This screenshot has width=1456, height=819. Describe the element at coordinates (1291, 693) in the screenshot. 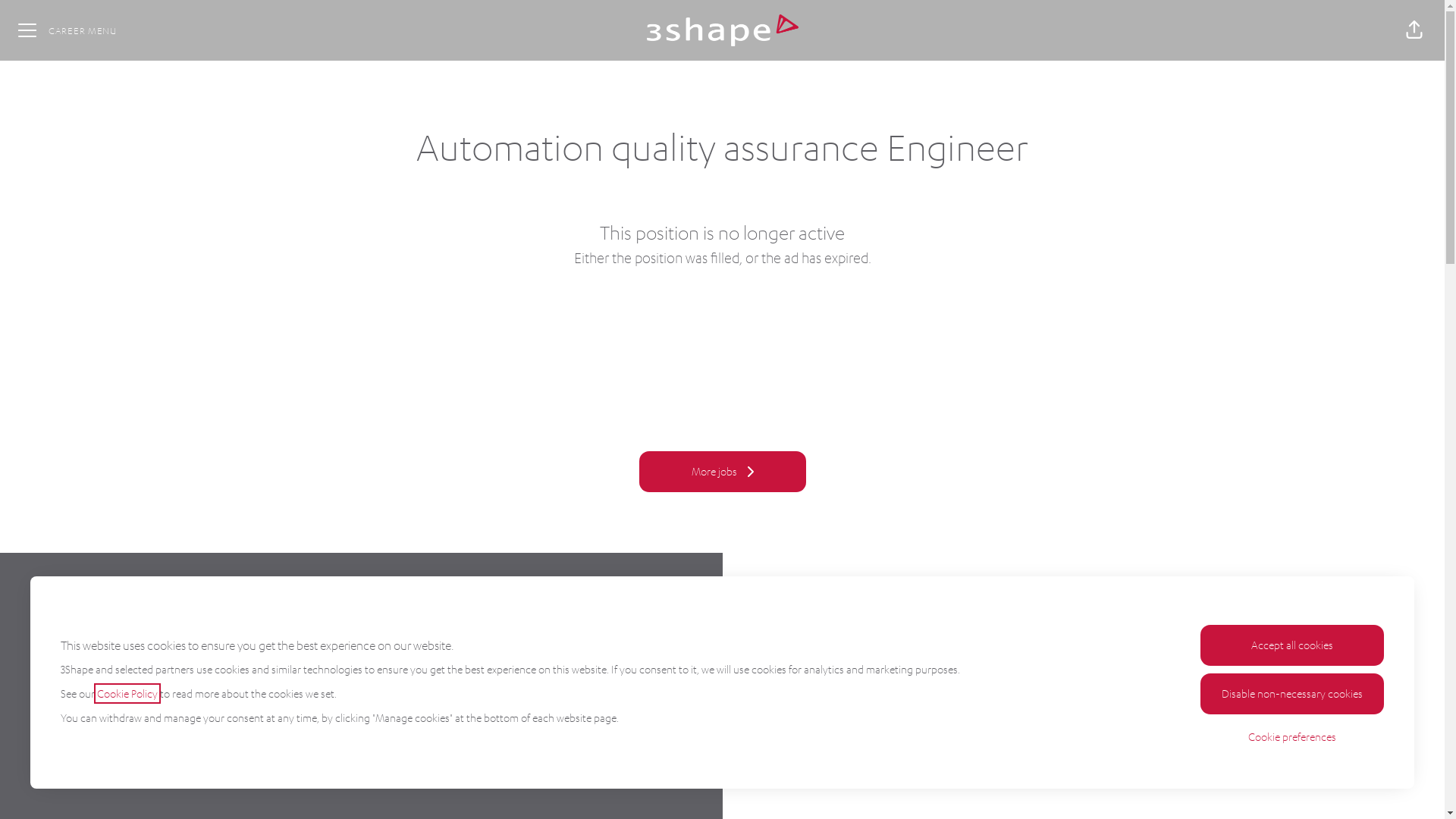

I see `'Disable non-necessary cookies'` at that location.